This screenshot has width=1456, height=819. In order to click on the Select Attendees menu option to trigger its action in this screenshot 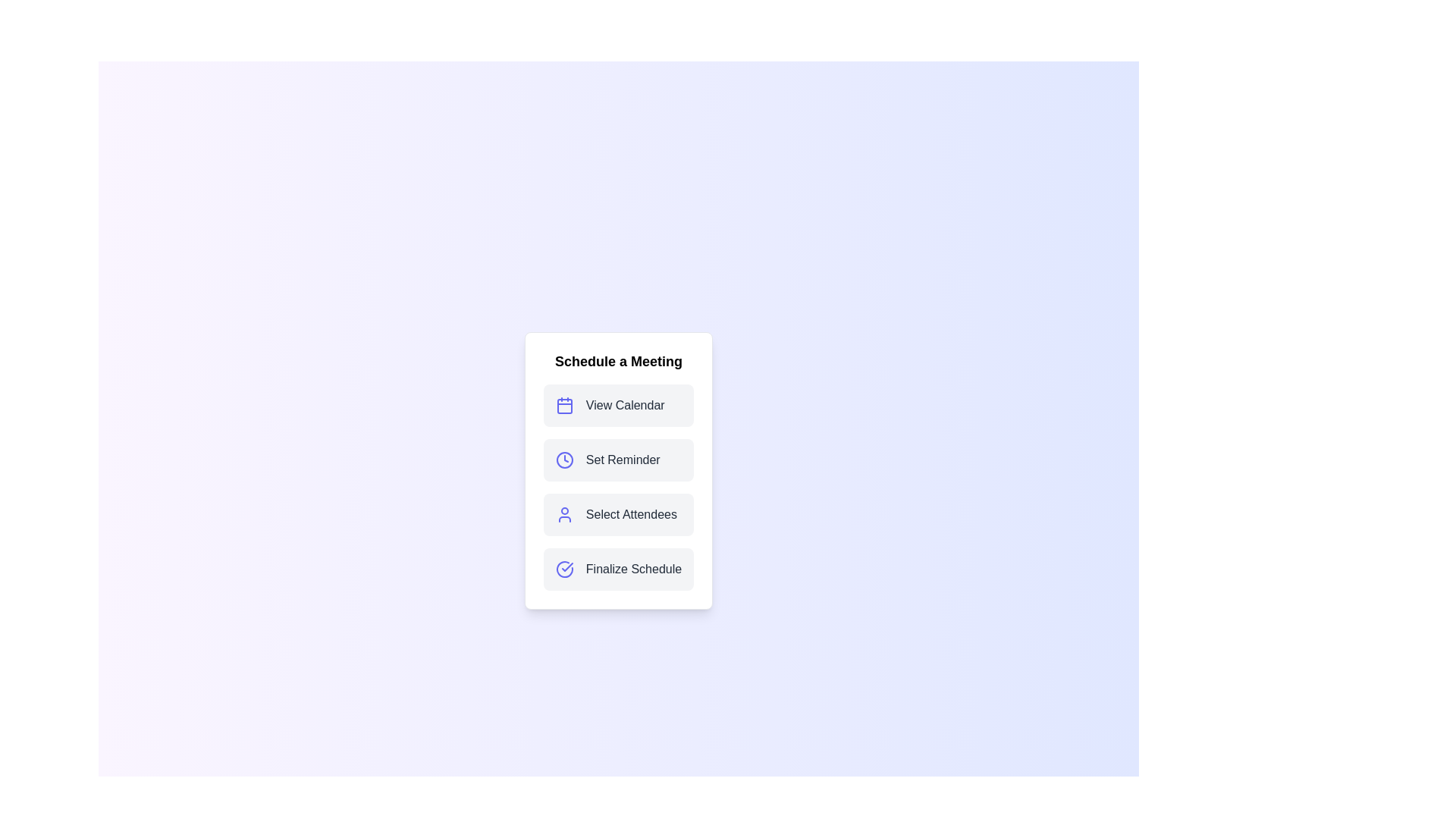, I will do `click(619, 513)`.